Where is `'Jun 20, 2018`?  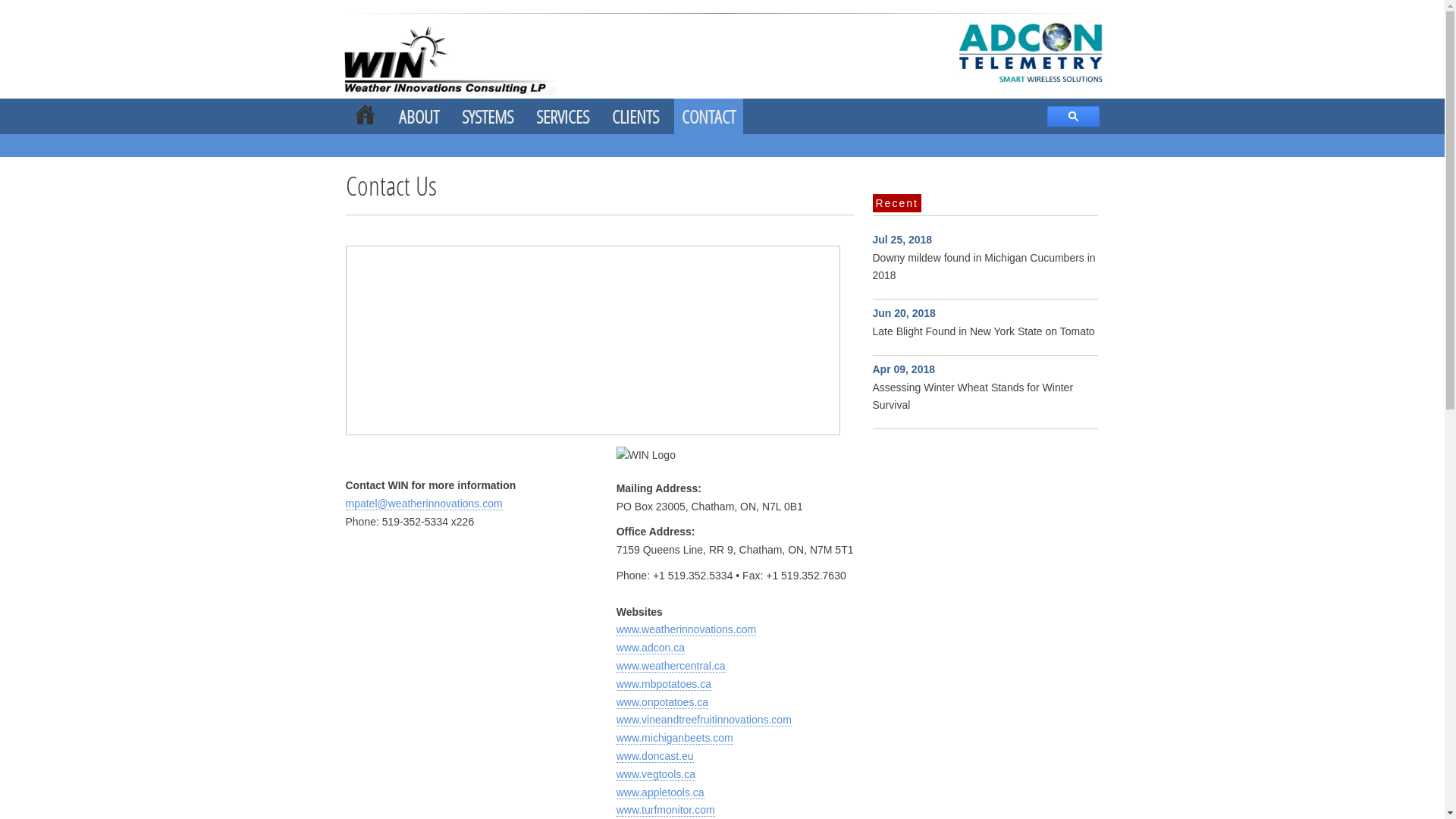 'Jun 20, 2018 is located at coordinates (983, 321).